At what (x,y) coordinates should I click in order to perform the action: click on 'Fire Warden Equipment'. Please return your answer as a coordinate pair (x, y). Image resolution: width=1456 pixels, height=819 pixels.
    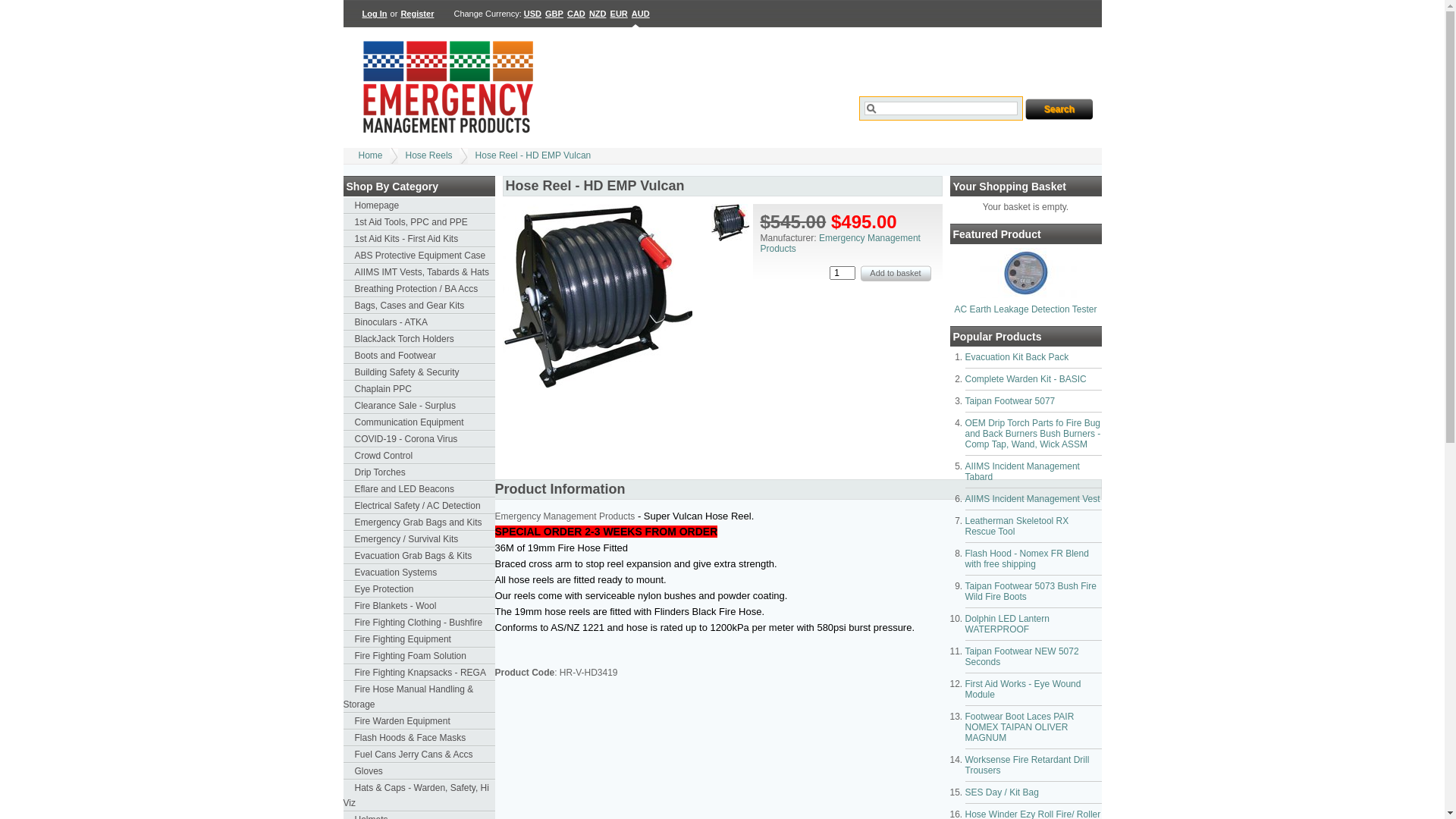
    Looking at the image, I should click on (419, 720).